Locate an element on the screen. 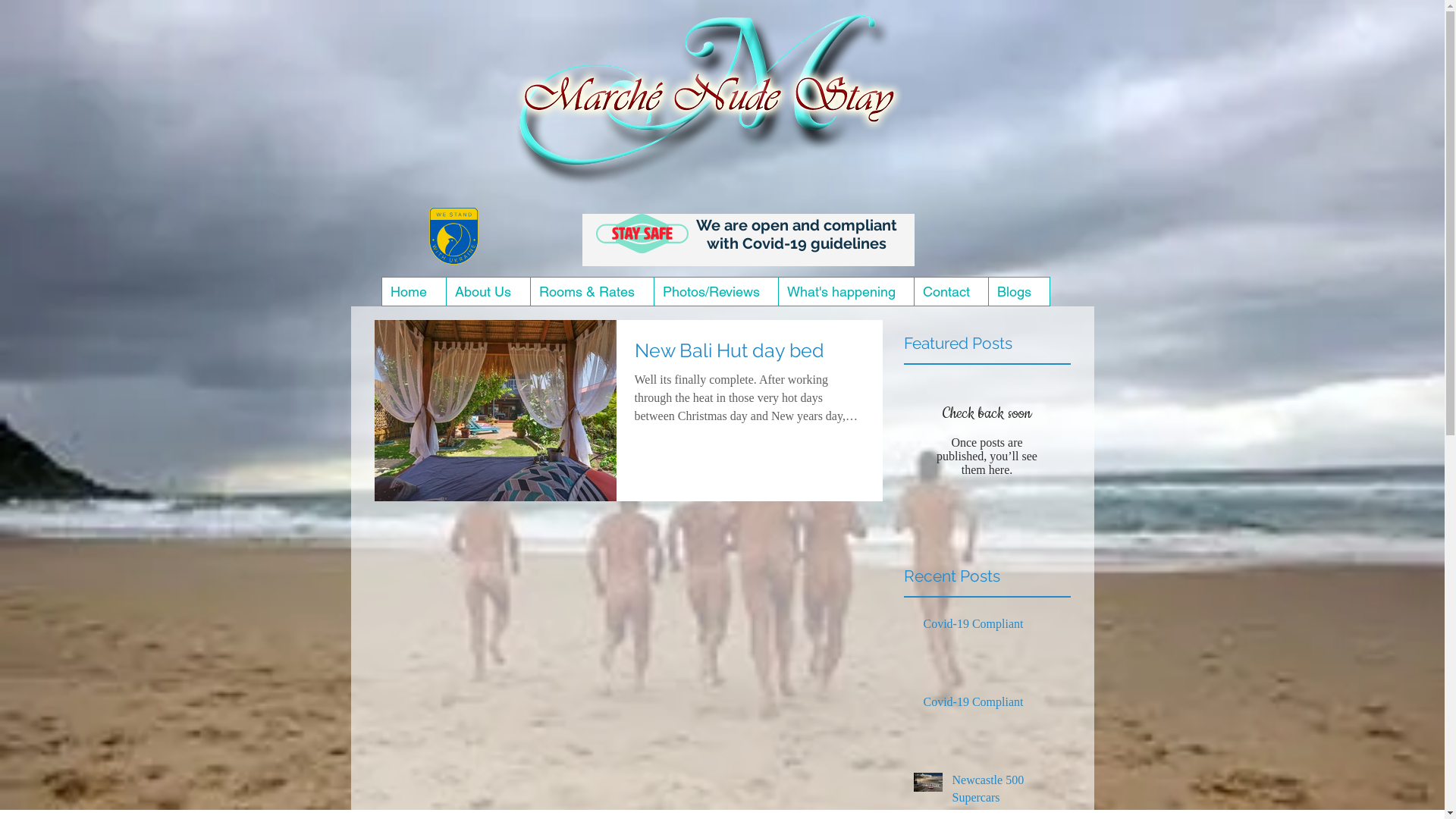  'What's happening' is located at coordinates (845, 291).